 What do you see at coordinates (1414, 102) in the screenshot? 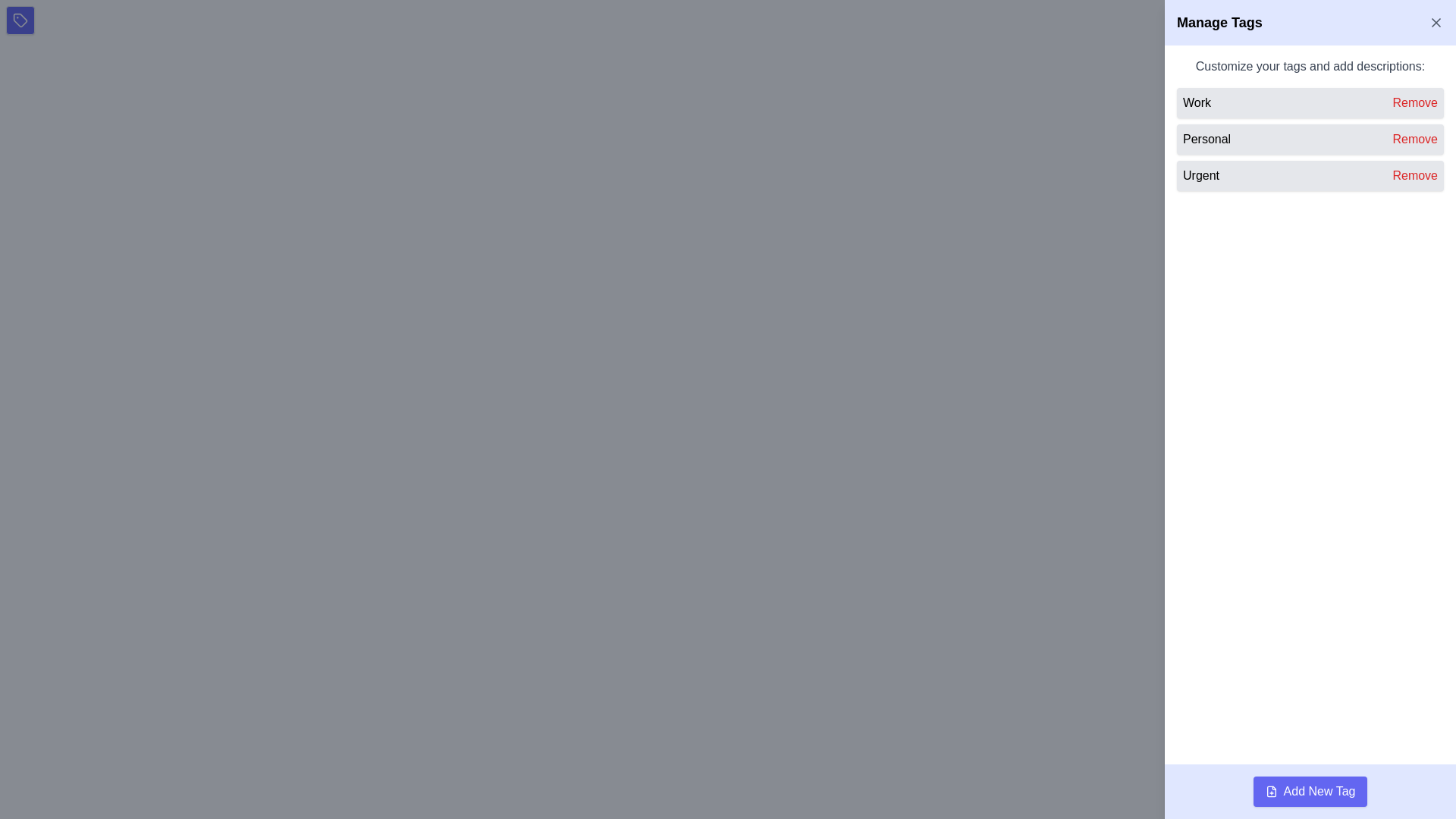
I see `the 'Remove' button, which is a red text button located to the right of the 'Work' label in the sidebar panel, to initiate the removal action` at bounding box center [1414, 102].